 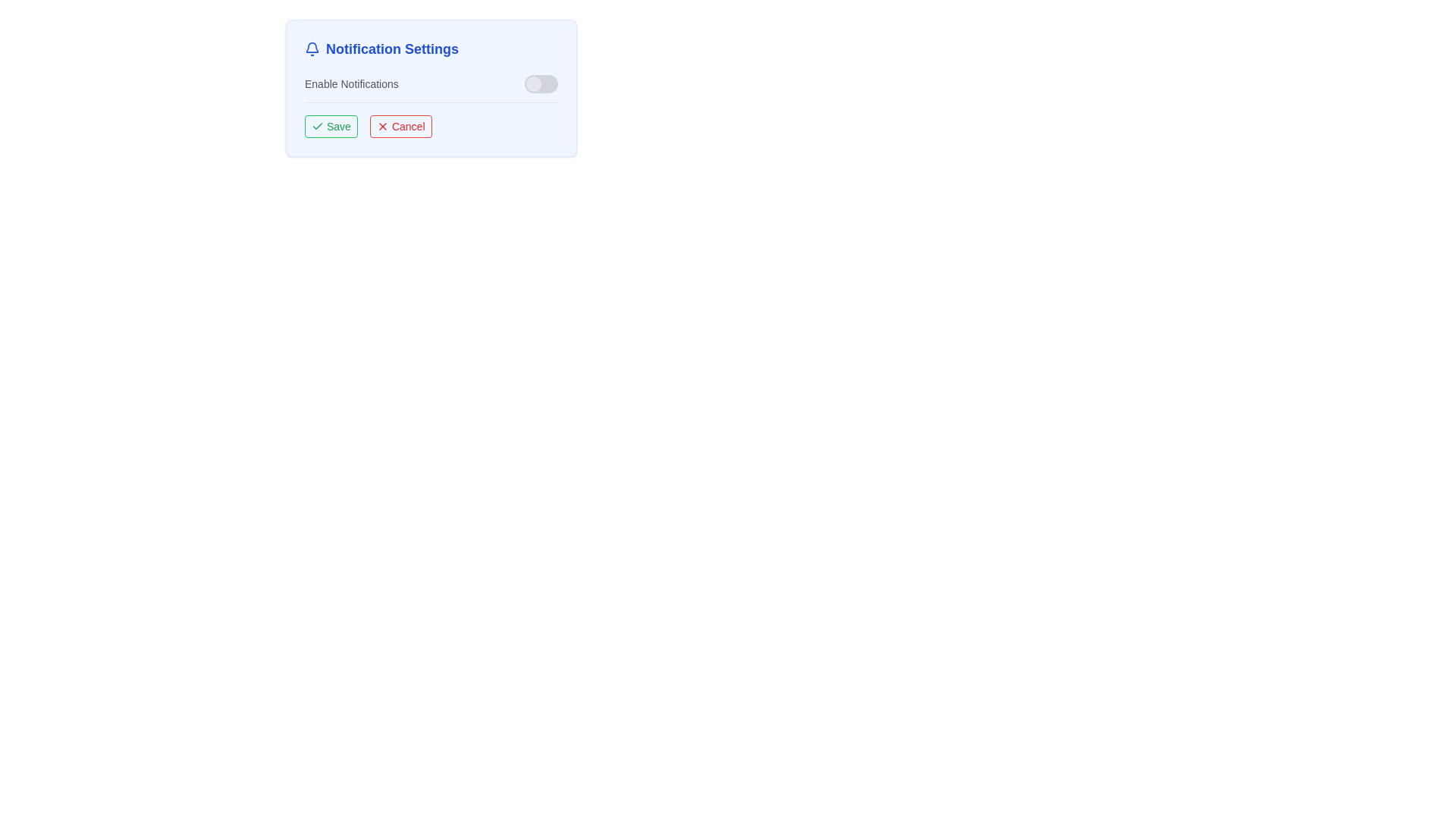 What do you see at coordinates (392, 49) in the screenshot?
I see `the 'Notification Settings' label element, which is displayed in bold blue font and aligned with a bell icon to its left` at bounding box center [392, 49].